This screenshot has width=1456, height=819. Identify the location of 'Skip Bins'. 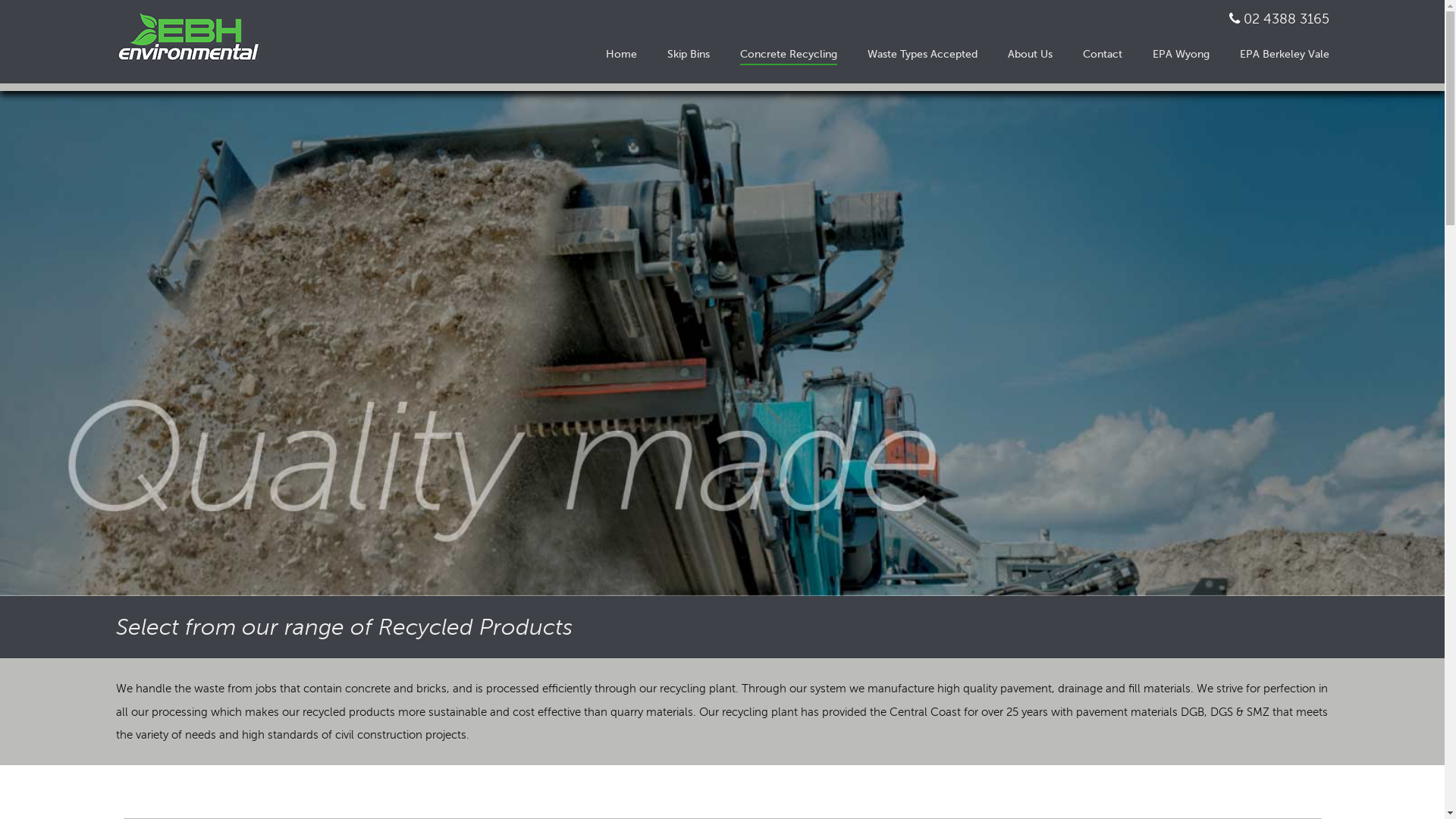
(687, 54).